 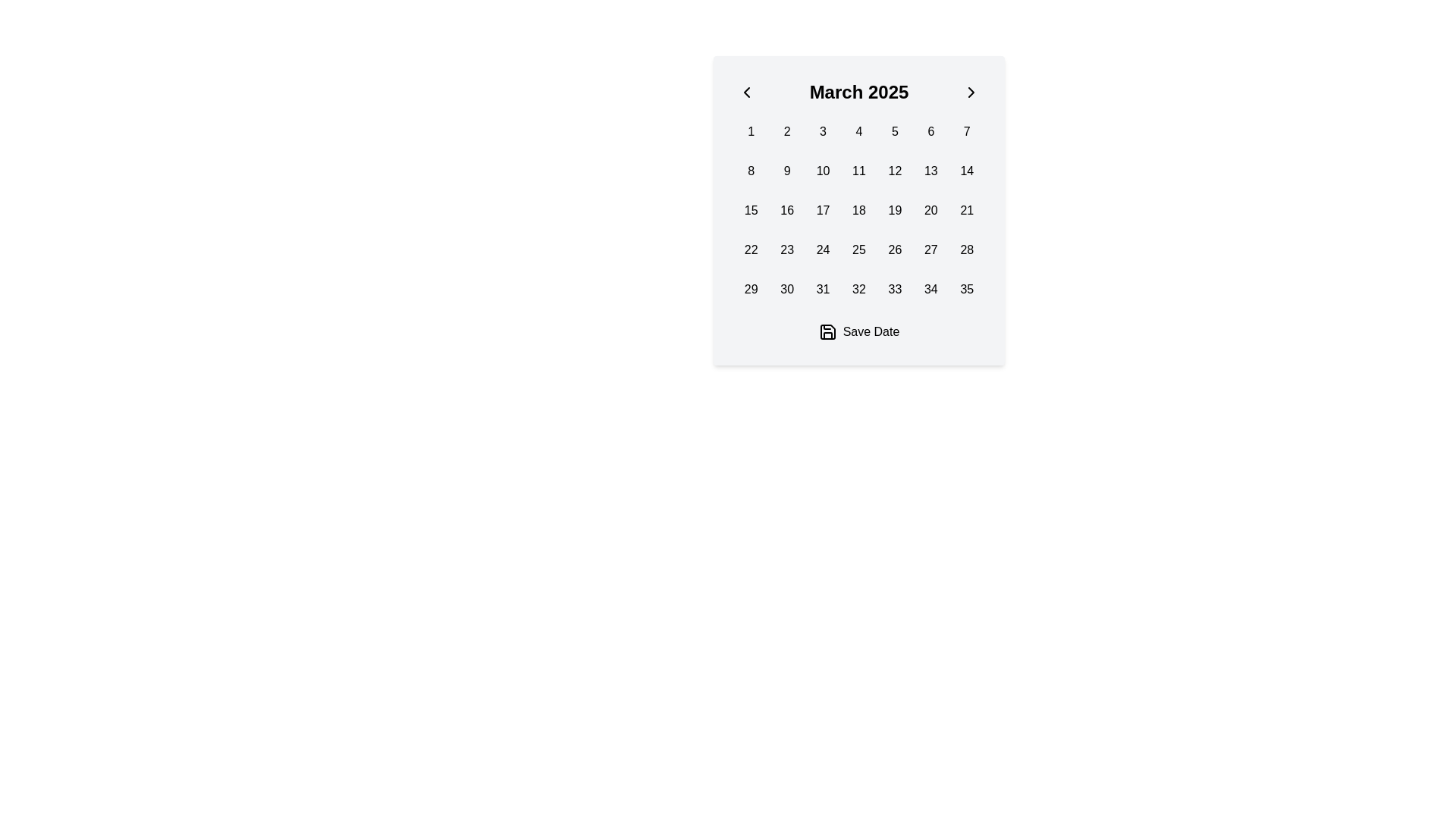 What do you see at coordinates (787, 171) in the screenshot?
I see `the date '9' button in the calendar interface` at bounding box center [787, 171].